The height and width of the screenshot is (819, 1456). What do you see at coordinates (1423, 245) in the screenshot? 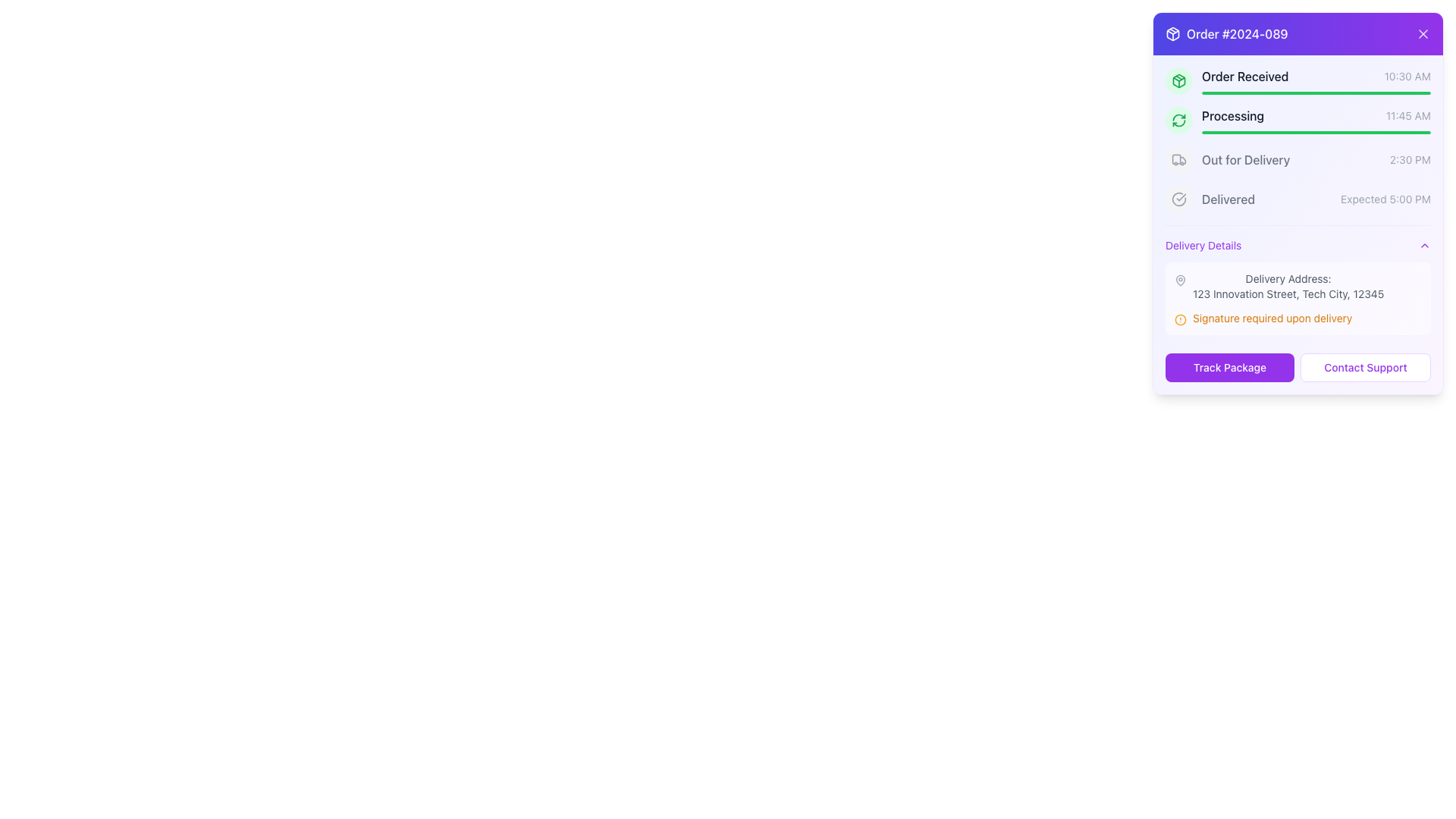
I see `the downward-pointing chevron icon located at the far-right end of the 'Delivery Details' section header` at bounding box center [1423, 245].